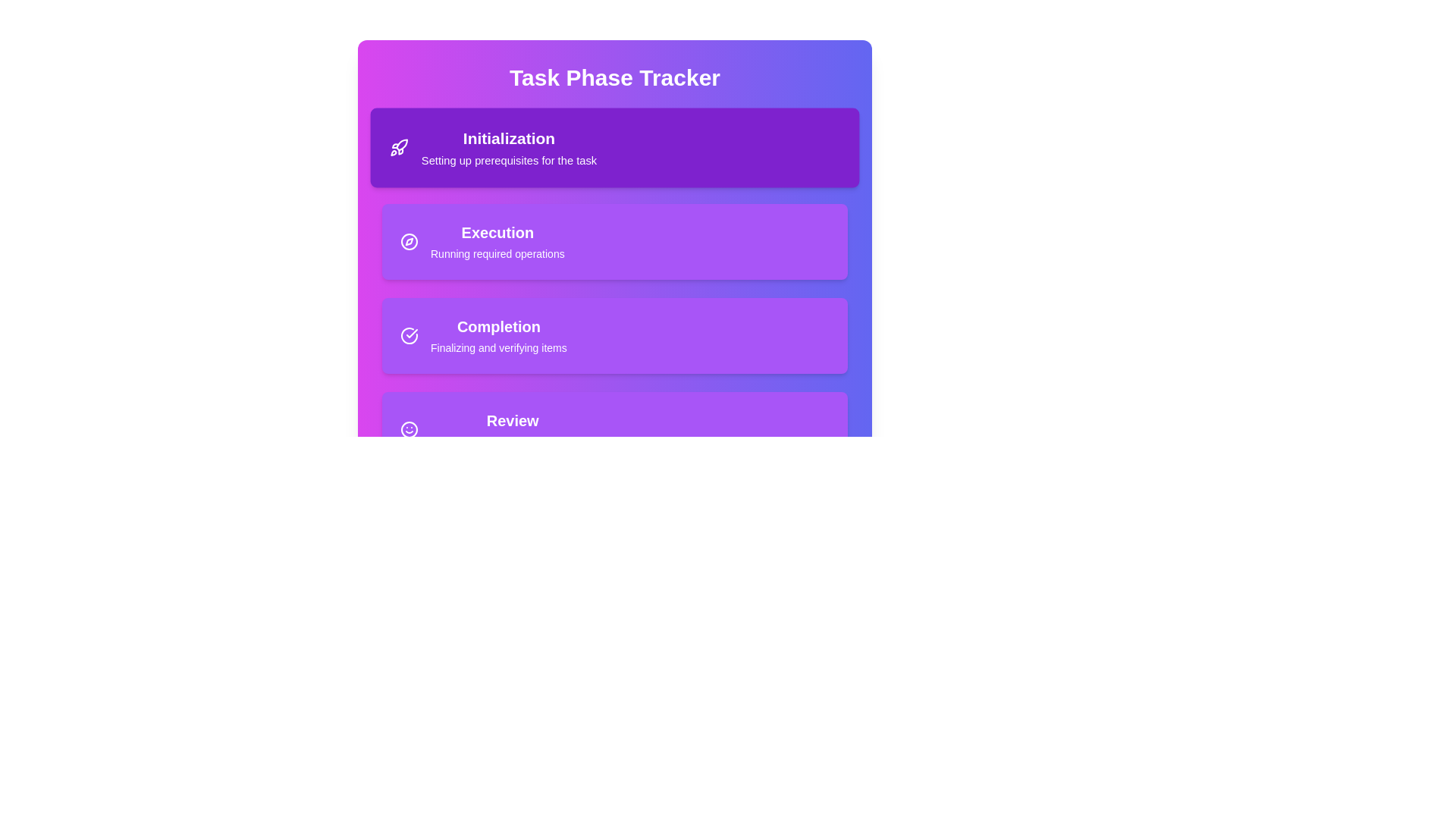  Describe the element at coordinates (409, 430) in the screenshot. I see `the circular outline element of the smiling face icon located at the bottom-left corner of the interface` at that location.